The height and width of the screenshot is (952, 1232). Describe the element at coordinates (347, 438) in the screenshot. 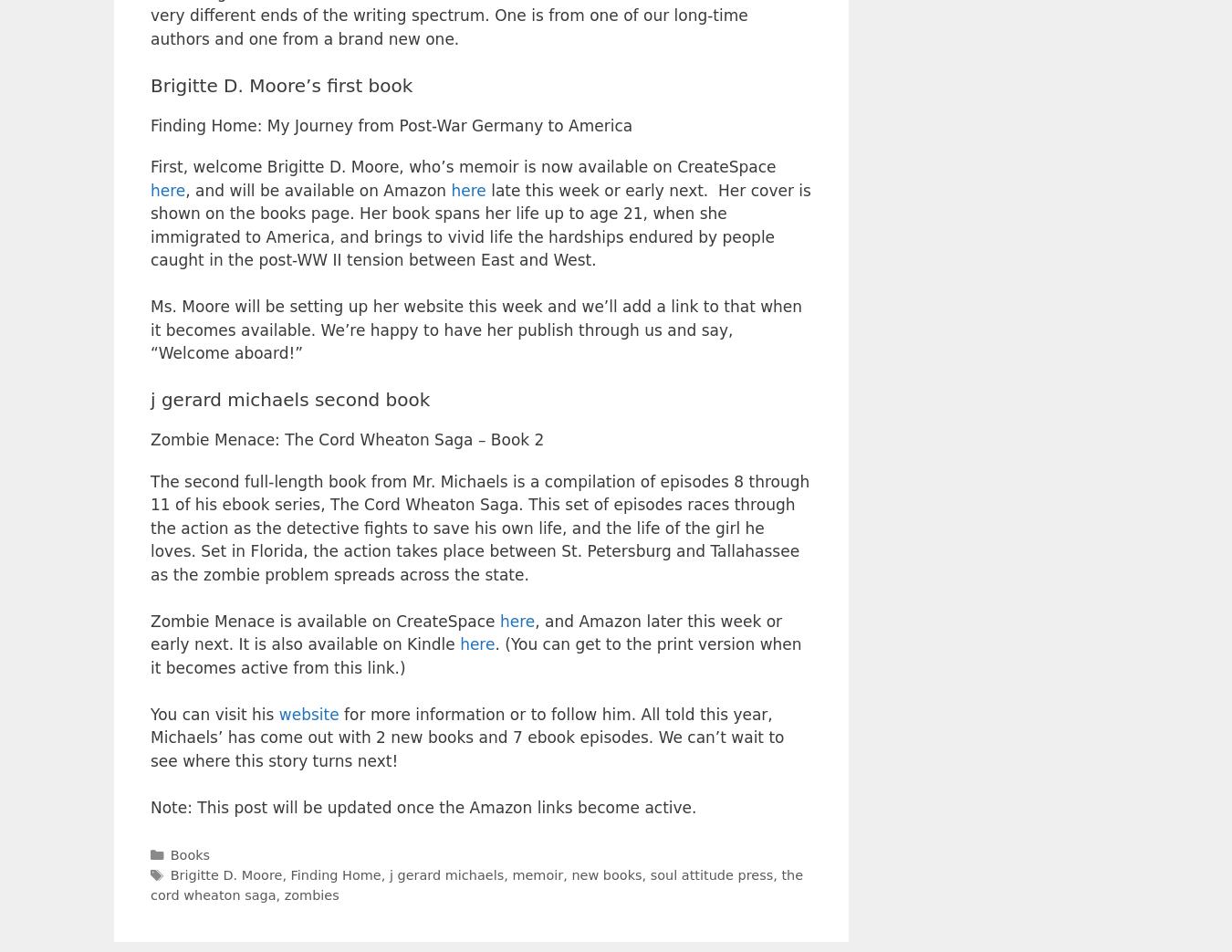

I see `'Zombie Menace: The Cord Wheaton Saga – Book 2'` at that location.